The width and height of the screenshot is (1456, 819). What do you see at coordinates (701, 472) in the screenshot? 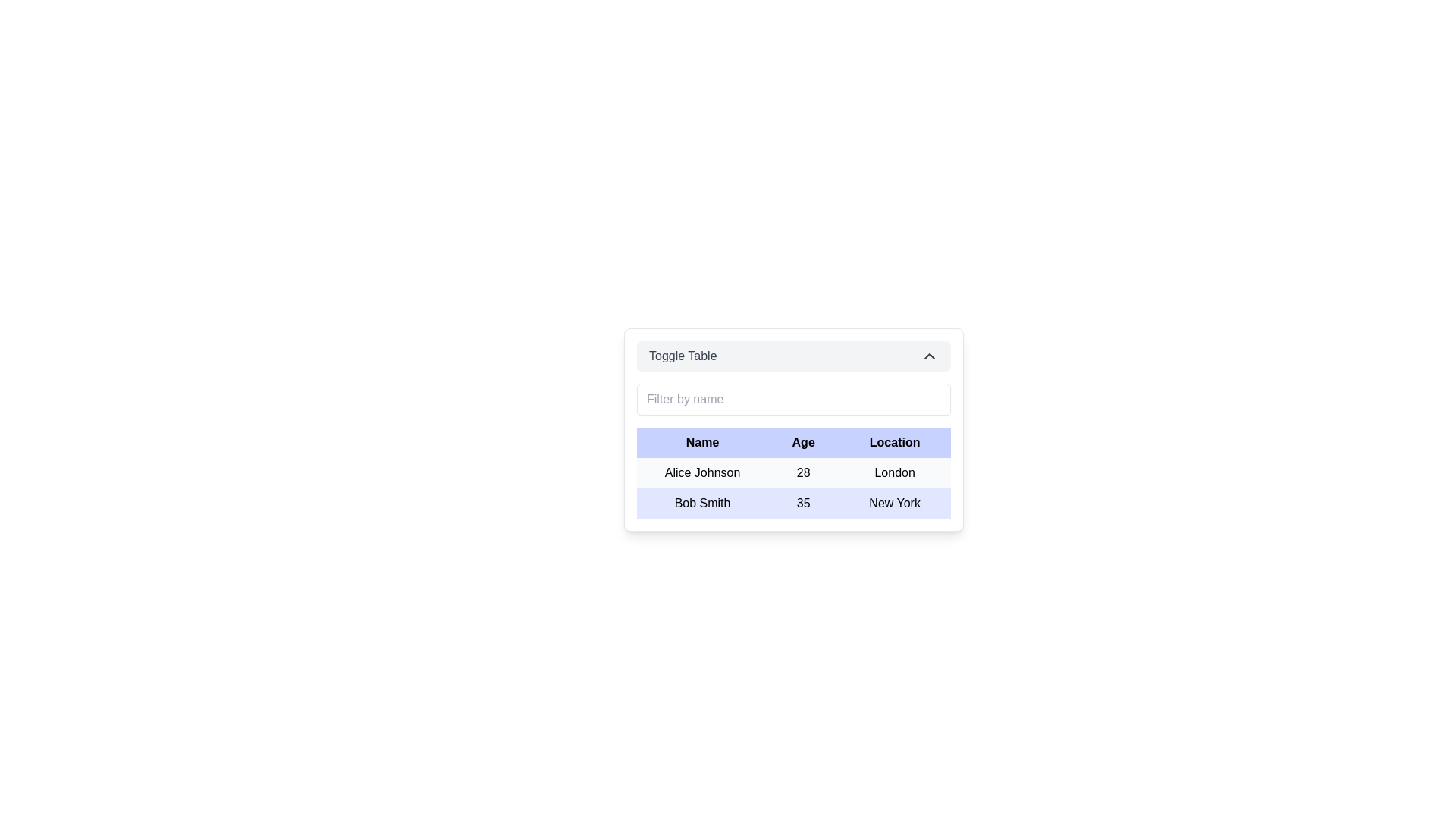
I see `the text label displaying the name 'Alice Johnson', which is located in the first column of the table row under the 'Name' header` at bounding box center [701, 472].